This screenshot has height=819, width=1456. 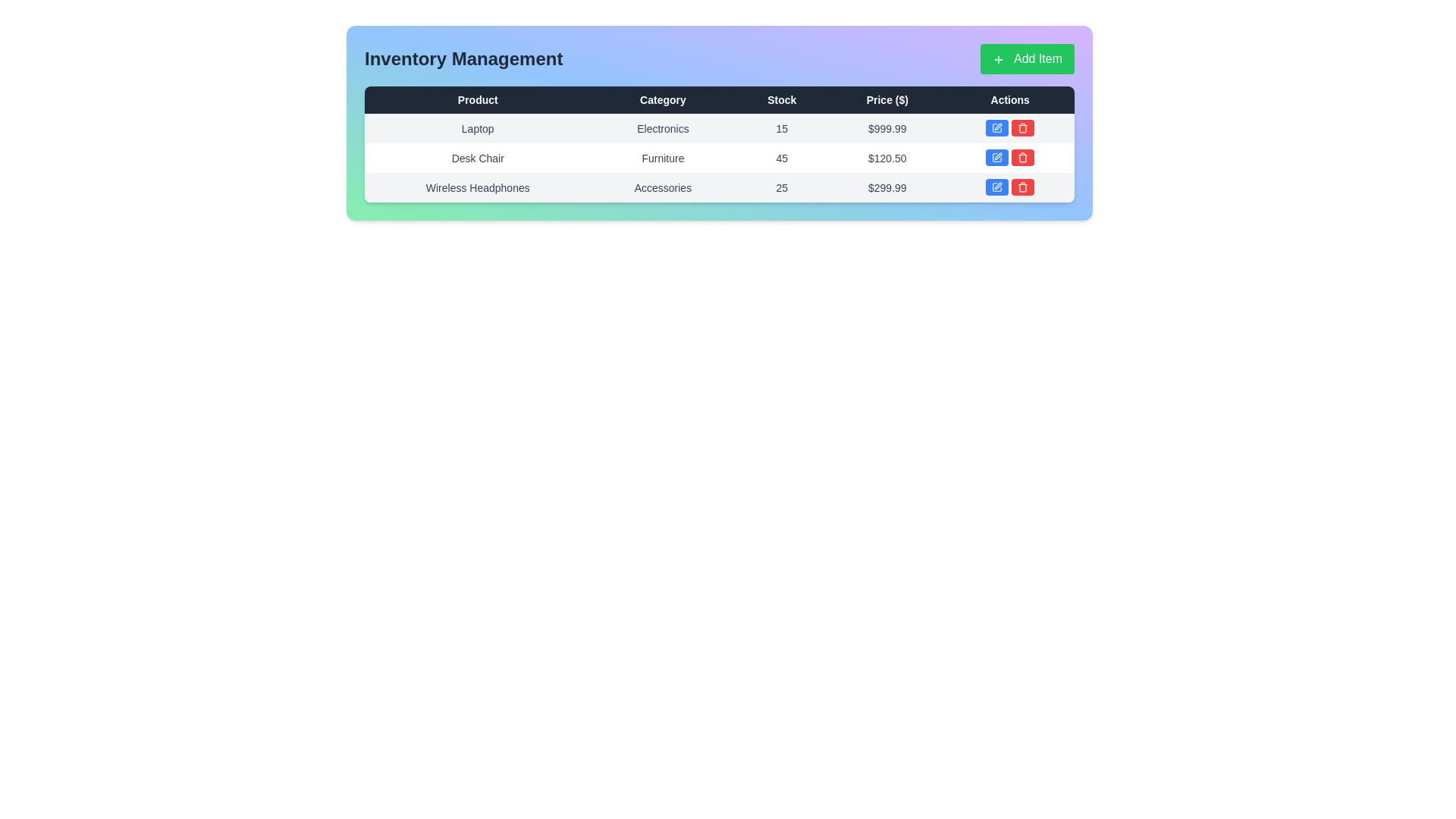 What do you see at coordinates (477, 158) in the screenshot?
I see `the 'Desk Chair' text label located in the 'Product' column of the table, positioned in the first cell of the second data row` at bounding box center [477, 158].